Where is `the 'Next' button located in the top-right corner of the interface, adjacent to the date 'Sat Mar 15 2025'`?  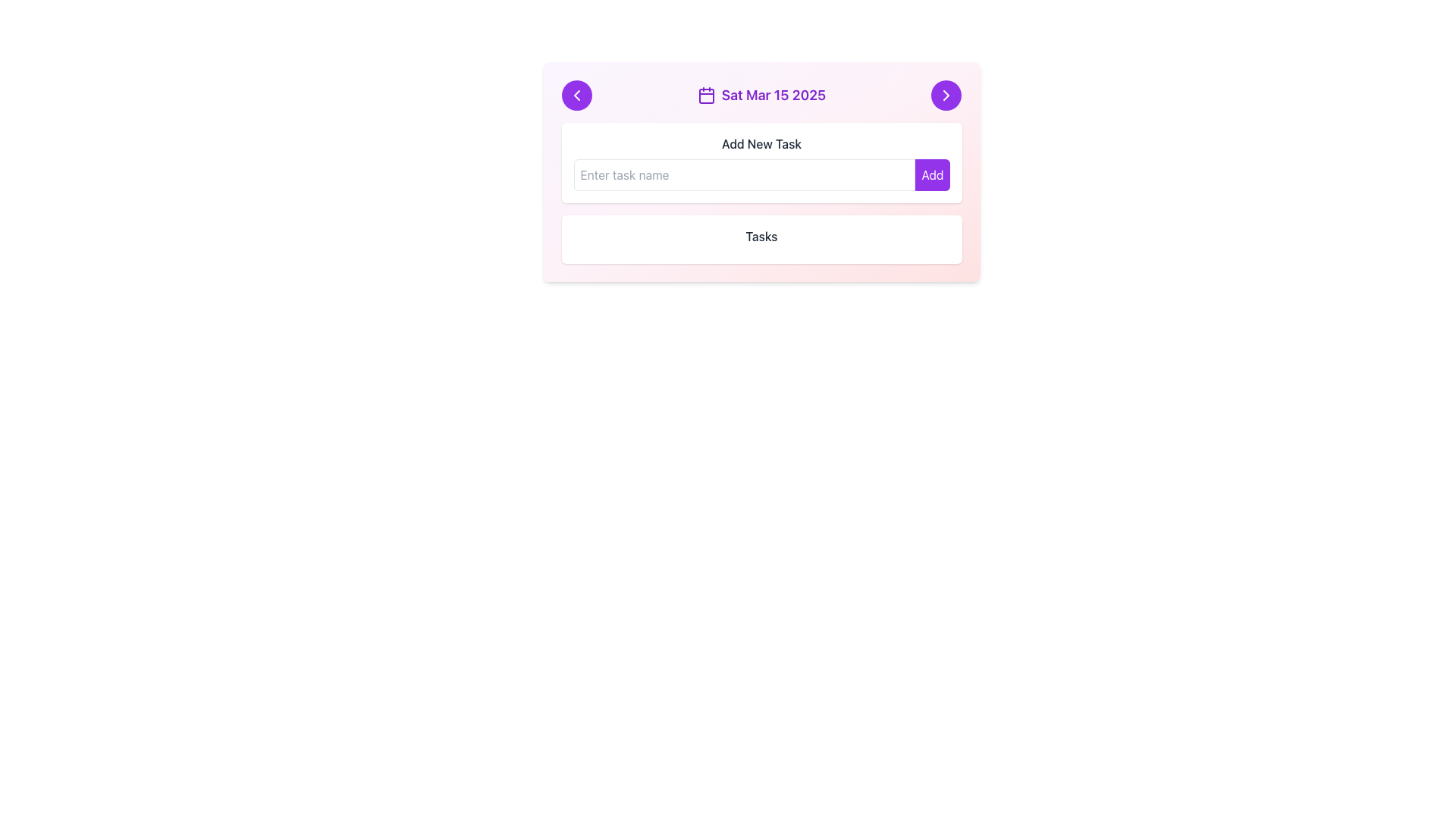
the 'Next' button located in the top-right corner of the interface, adjacent to the date 'Sat Mar 15 2025' is located at coordinates (946, 96).